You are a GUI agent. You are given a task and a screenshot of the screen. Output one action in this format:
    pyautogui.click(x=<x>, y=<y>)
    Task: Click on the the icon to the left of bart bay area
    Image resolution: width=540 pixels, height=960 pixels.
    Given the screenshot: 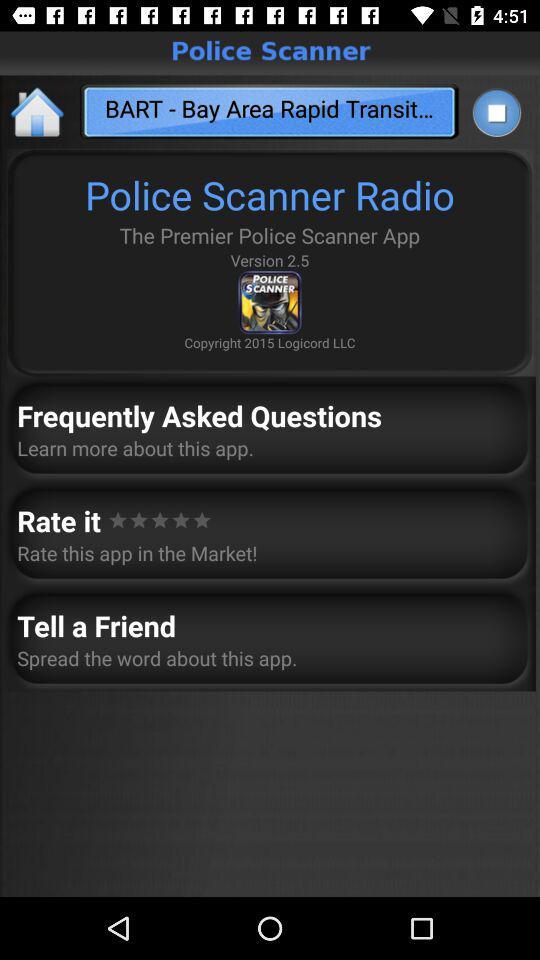 What is the action you would take?
    pyautogui.click(x=38, y=111)
    